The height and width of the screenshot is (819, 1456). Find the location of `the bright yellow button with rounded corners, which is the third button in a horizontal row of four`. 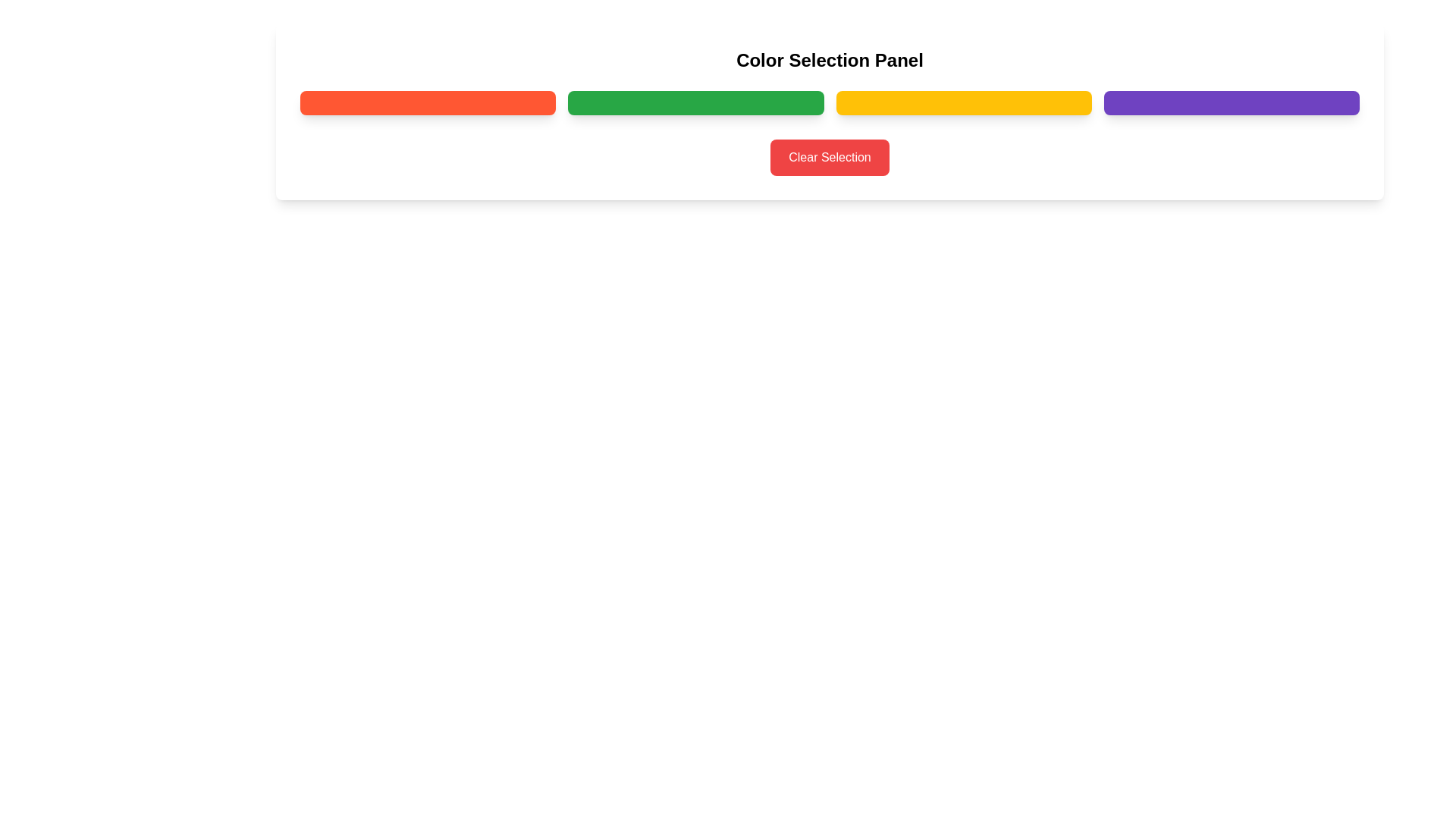

the bright yellow button with rounded corners, which is the third button in a horizontal row of four is located at coordinates (963, 102).